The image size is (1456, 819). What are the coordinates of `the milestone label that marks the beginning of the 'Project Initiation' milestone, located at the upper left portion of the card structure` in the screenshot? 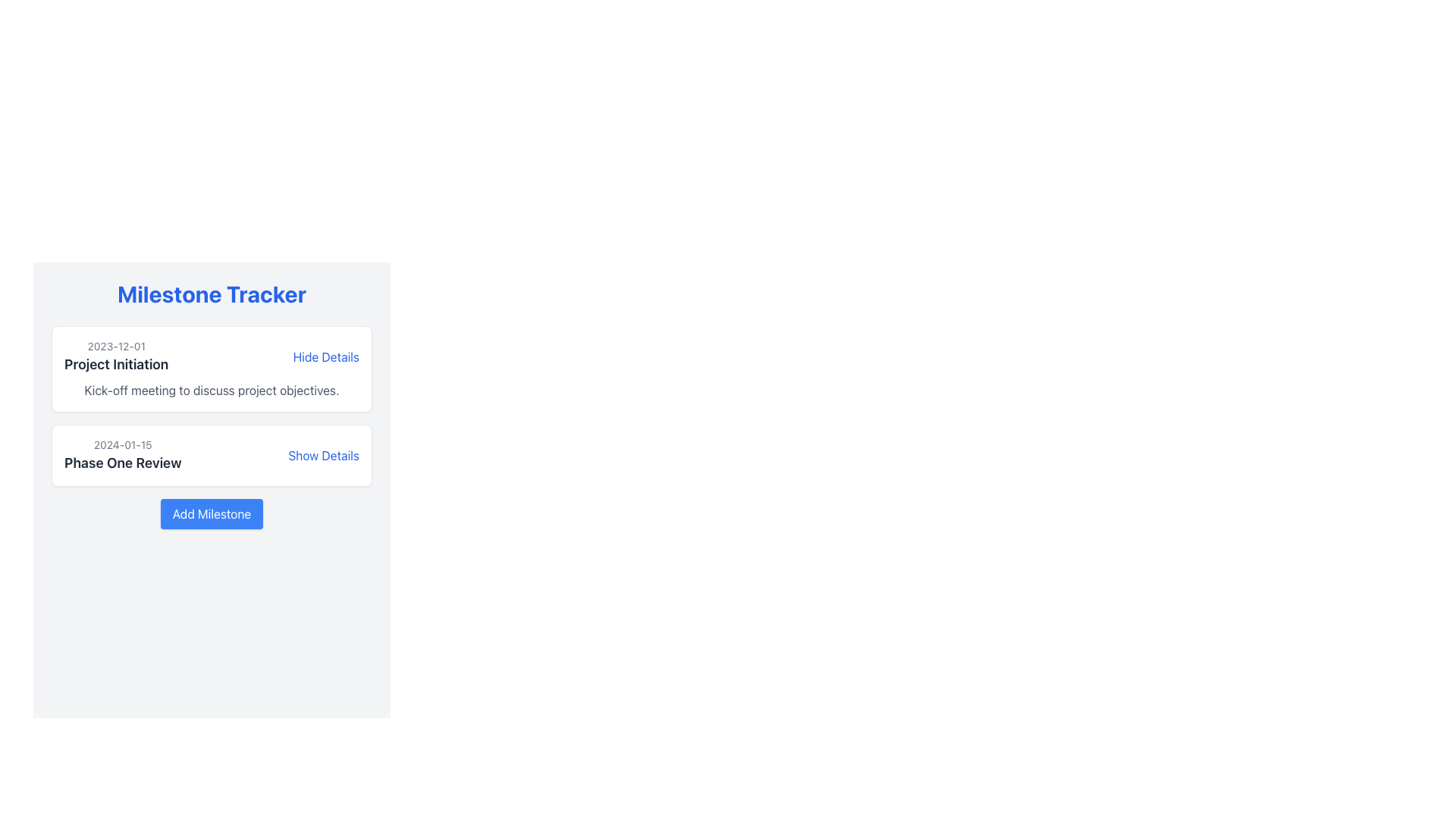 It's located at (115, 356).